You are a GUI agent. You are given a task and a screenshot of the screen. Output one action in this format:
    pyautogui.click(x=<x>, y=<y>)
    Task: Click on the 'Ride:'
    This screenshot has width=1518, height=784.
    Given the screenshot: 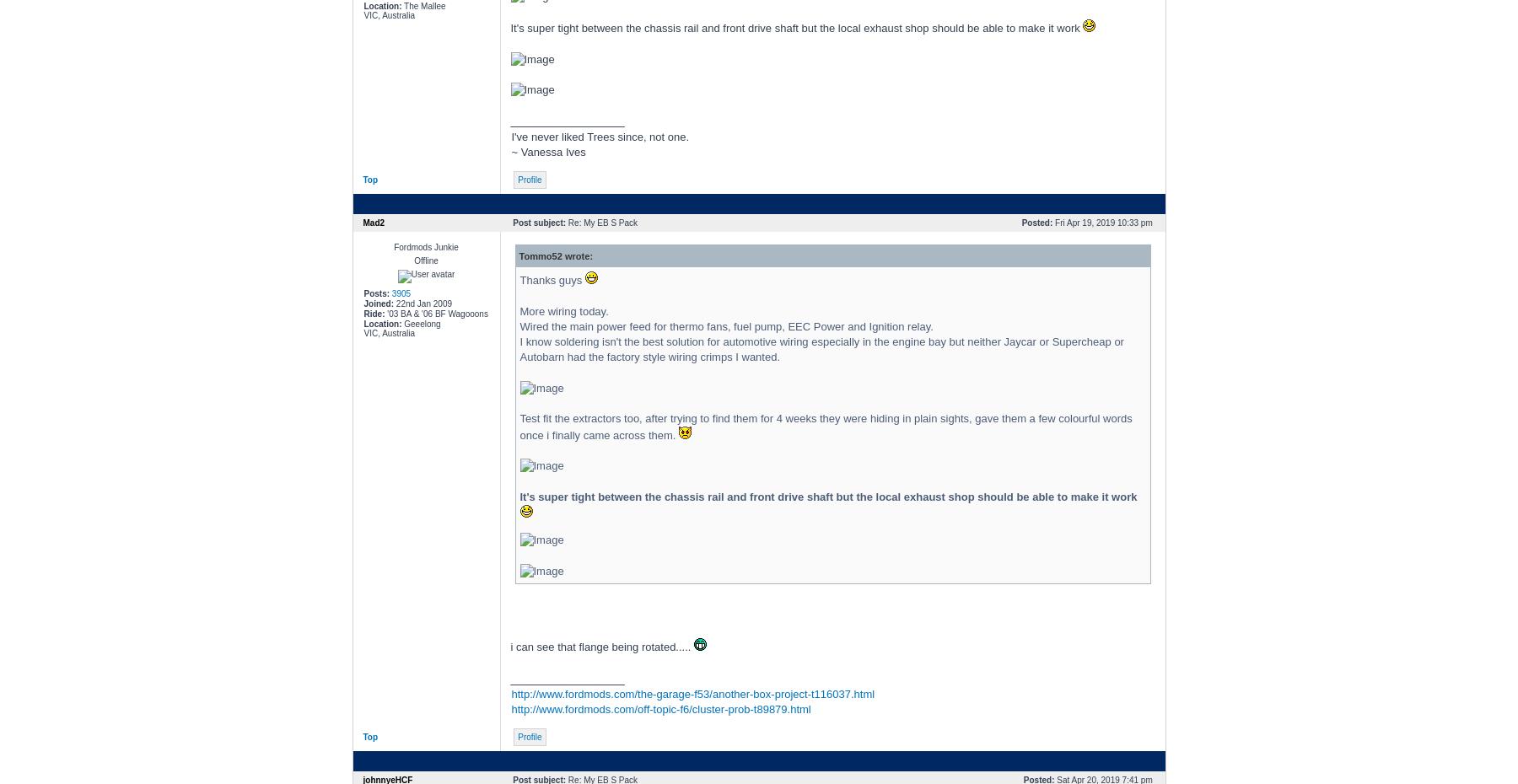 What is the action you would take?
    pyautogui.click(x=374, y=313)
    